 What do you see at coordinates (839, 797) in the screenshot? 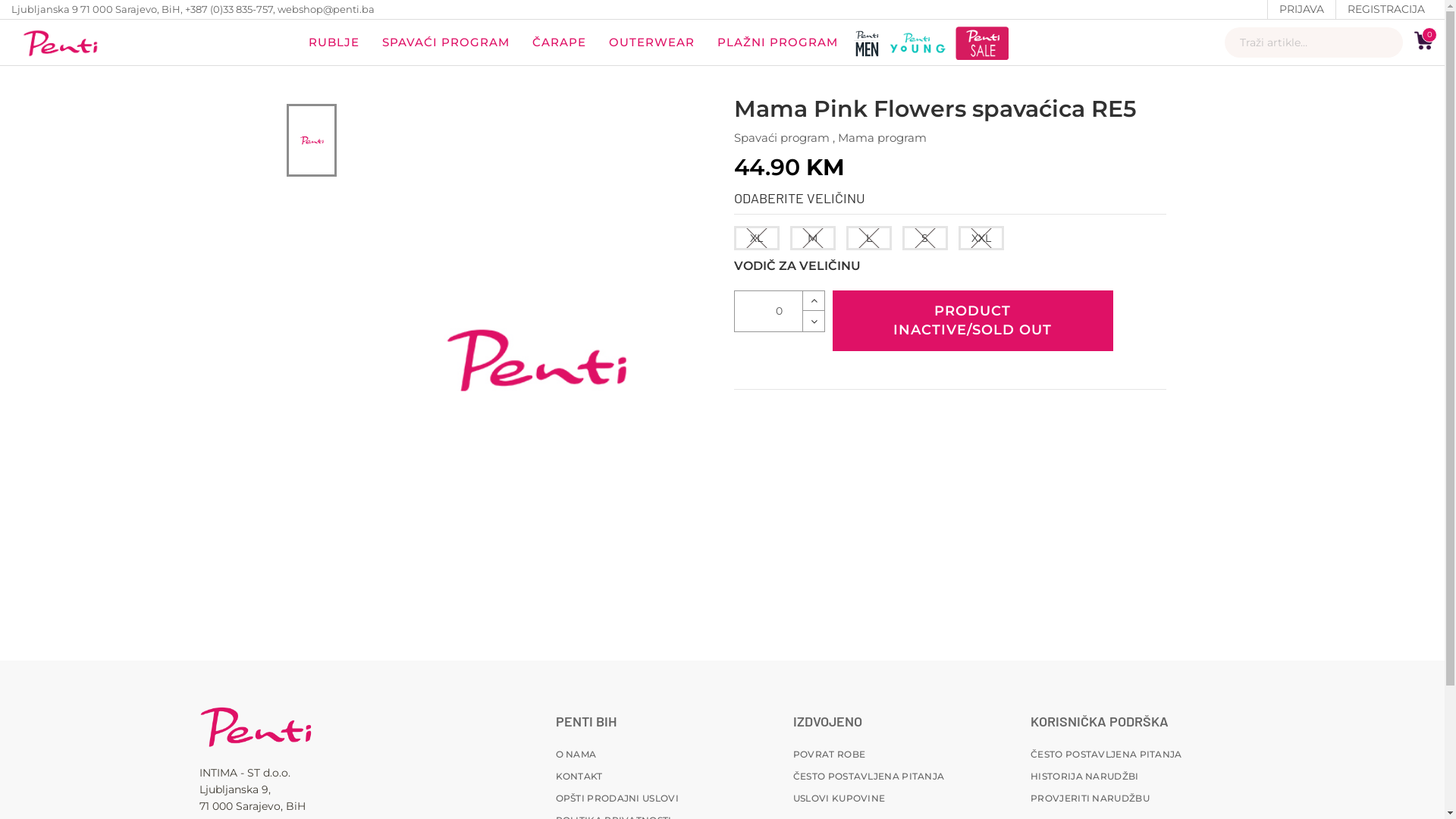
I see `'USLOVI KUPOVINE'` at bounding box center [839, 797].